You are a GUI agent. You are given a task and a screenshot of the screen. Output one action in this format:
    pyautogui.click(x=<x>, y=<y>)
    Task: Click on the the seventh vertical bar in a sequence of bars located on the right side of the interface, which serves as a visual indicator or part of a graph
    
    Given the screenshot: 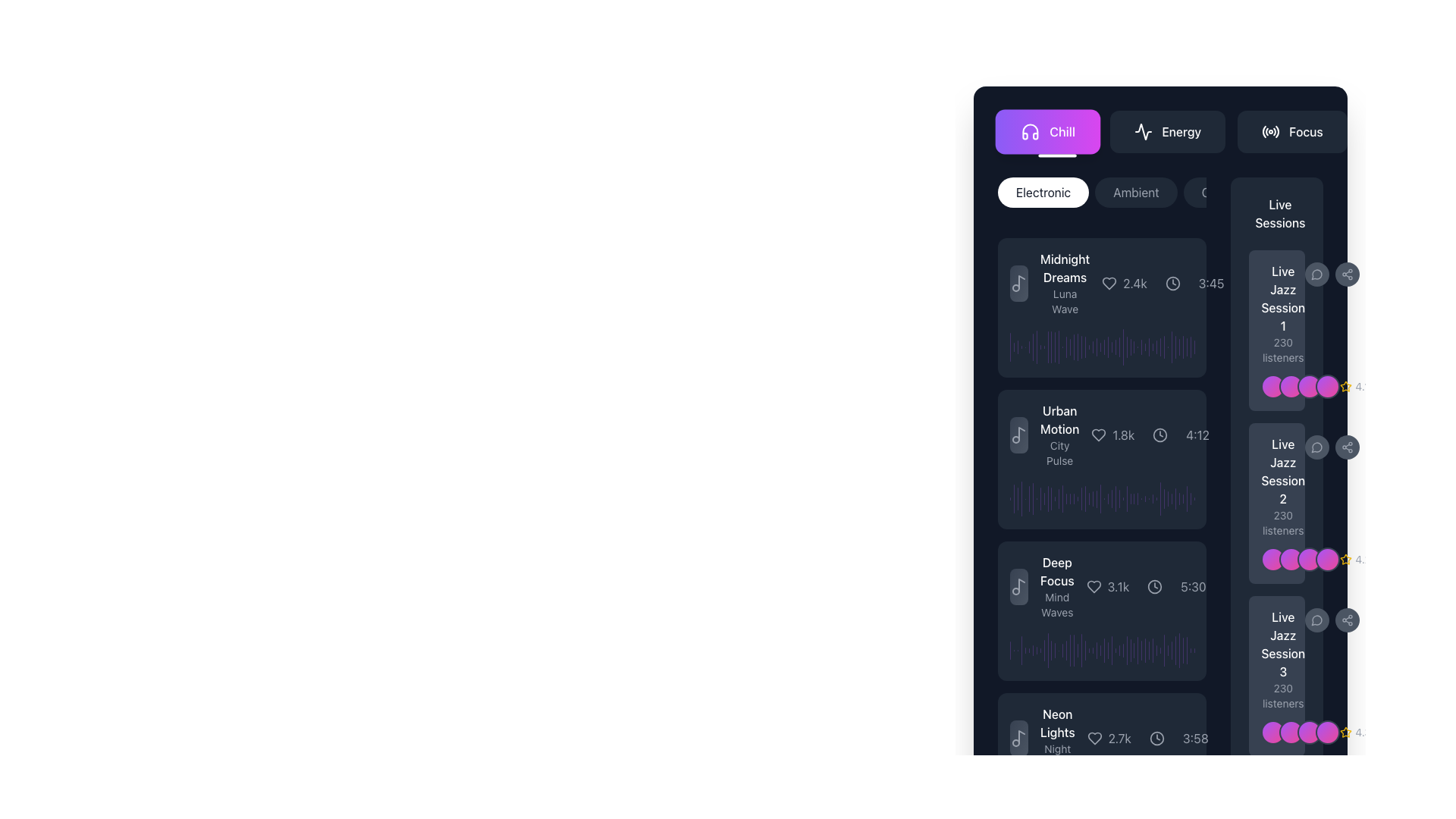 What is the action you would take?
    pyautogui.click(x=1032, y=649)
    